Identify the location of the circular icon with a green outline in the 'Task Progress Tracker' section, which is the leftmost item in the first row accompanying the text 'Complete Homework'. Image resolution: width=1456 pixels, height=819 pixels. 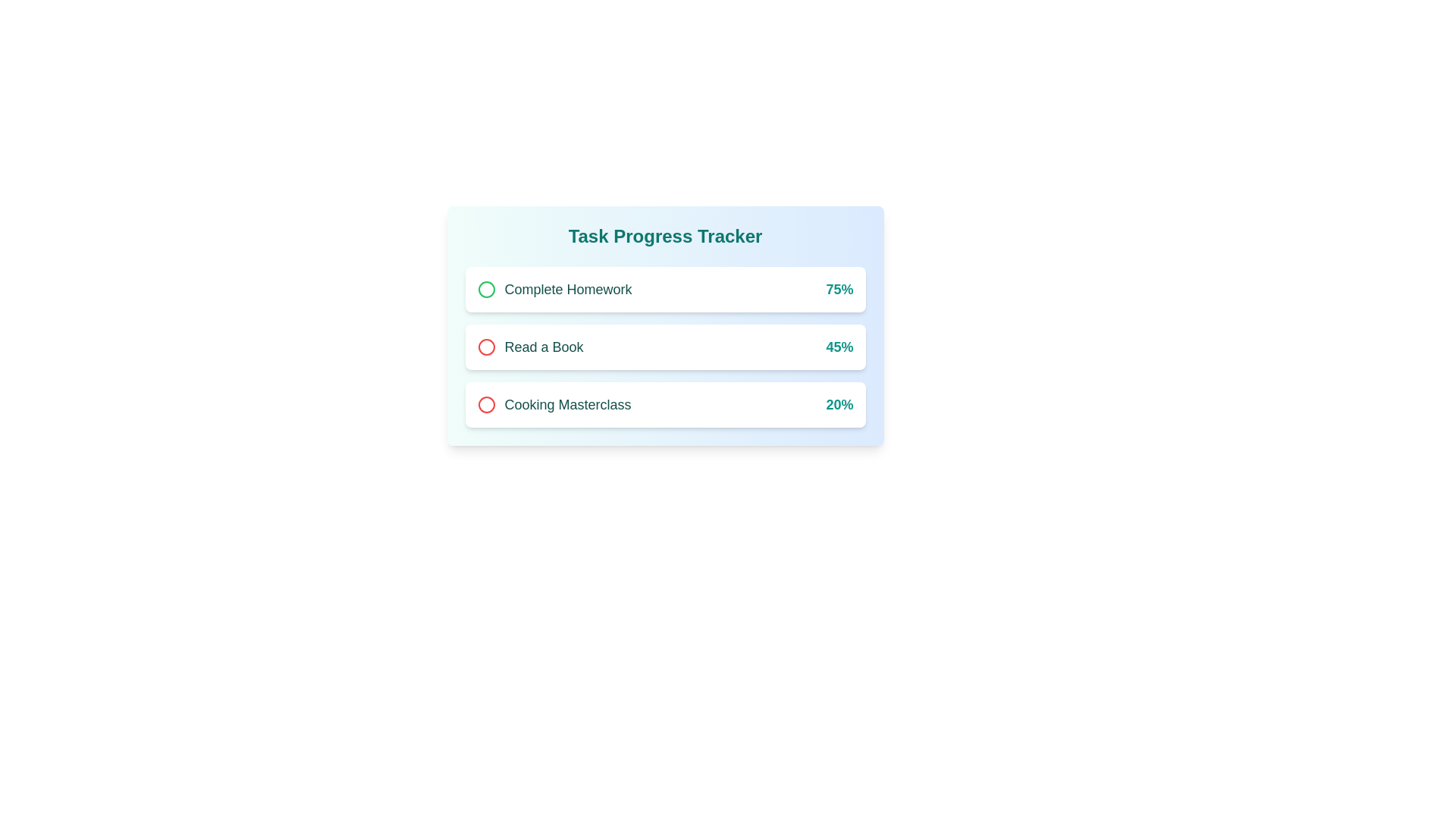
(486, 289).